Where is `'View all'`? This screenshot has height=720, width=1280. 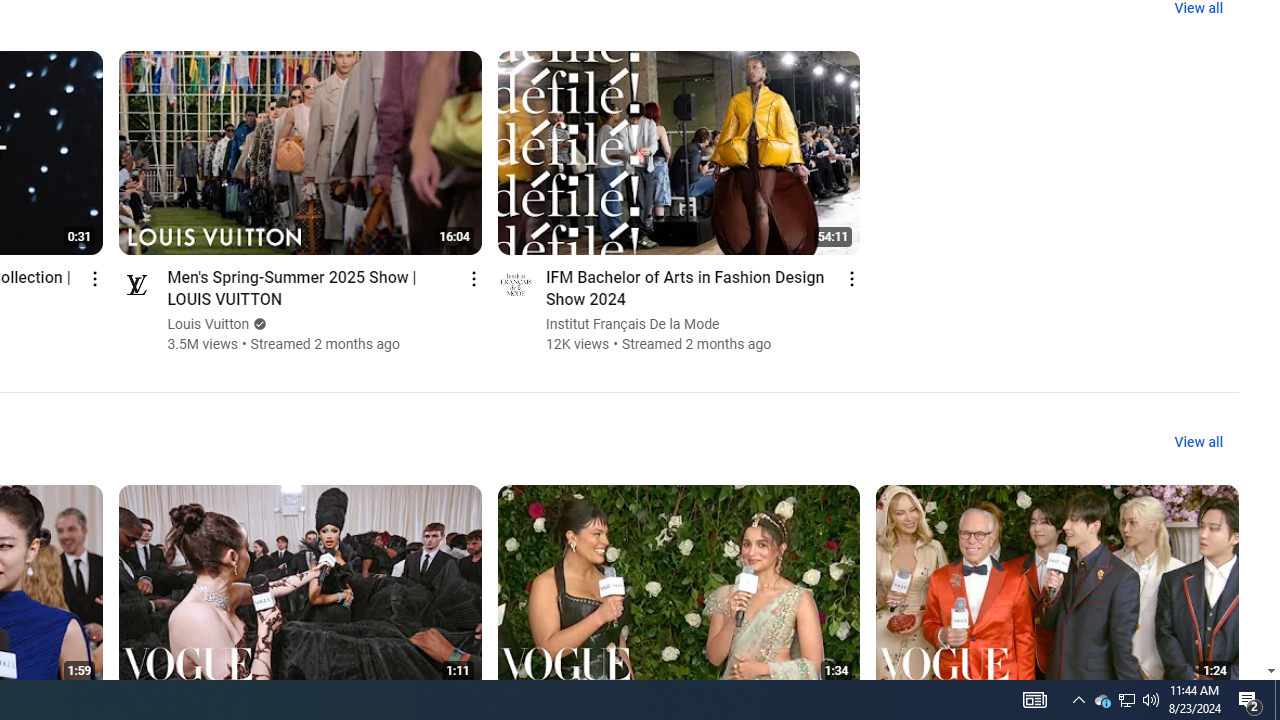 'View all' is located at coordinates (1198, 441).